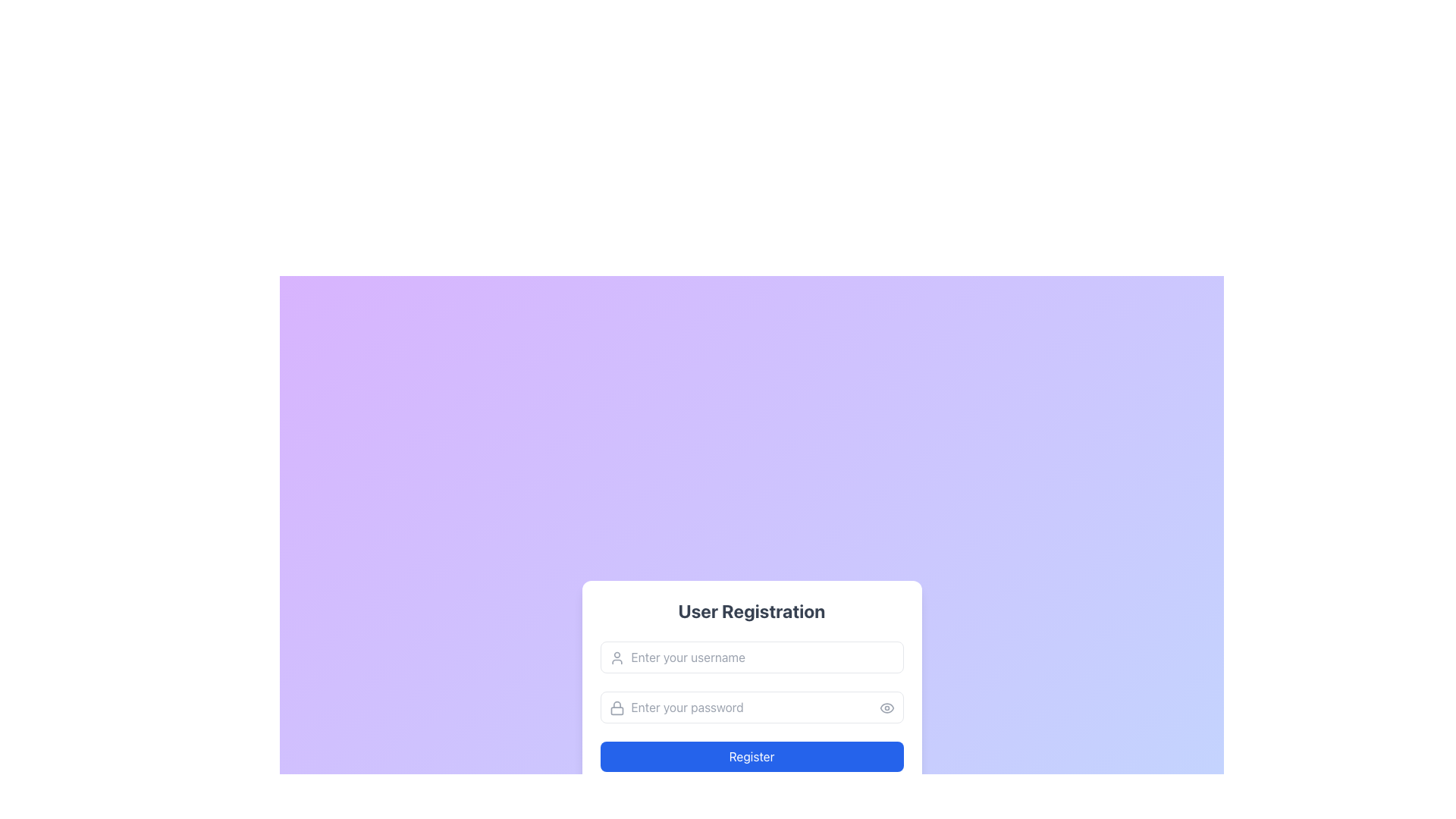  I want to click on the decorative SVG rectangle that forms the body of the lock icon located to the left of the password input field in the registration form, so click(617, 711).